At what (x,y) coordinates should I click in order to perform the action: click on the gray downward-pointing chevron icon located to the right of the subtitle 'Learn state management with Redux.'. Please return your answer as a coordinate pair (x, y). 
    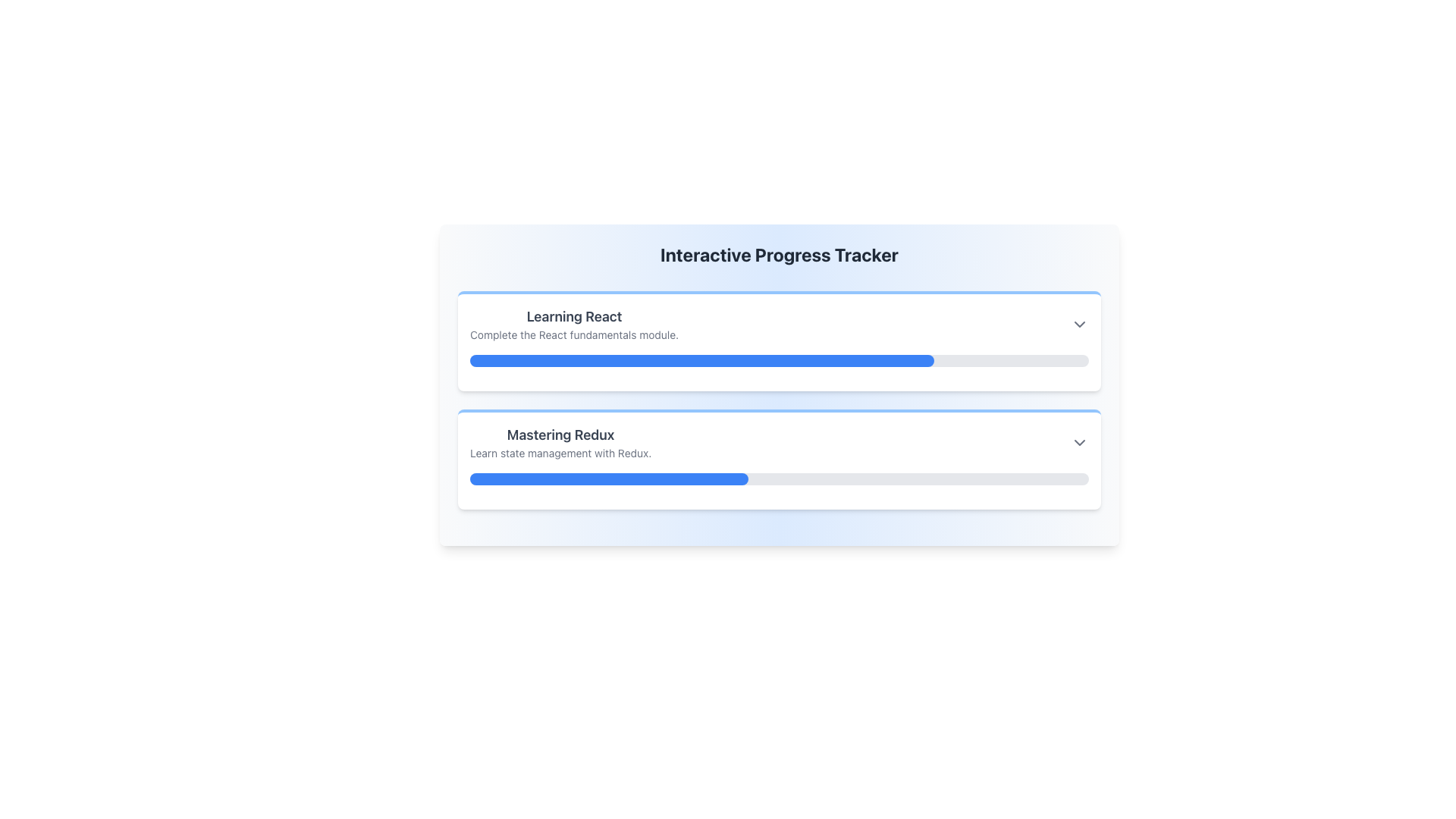
    Looking at the image, I should click on (1079, 442).